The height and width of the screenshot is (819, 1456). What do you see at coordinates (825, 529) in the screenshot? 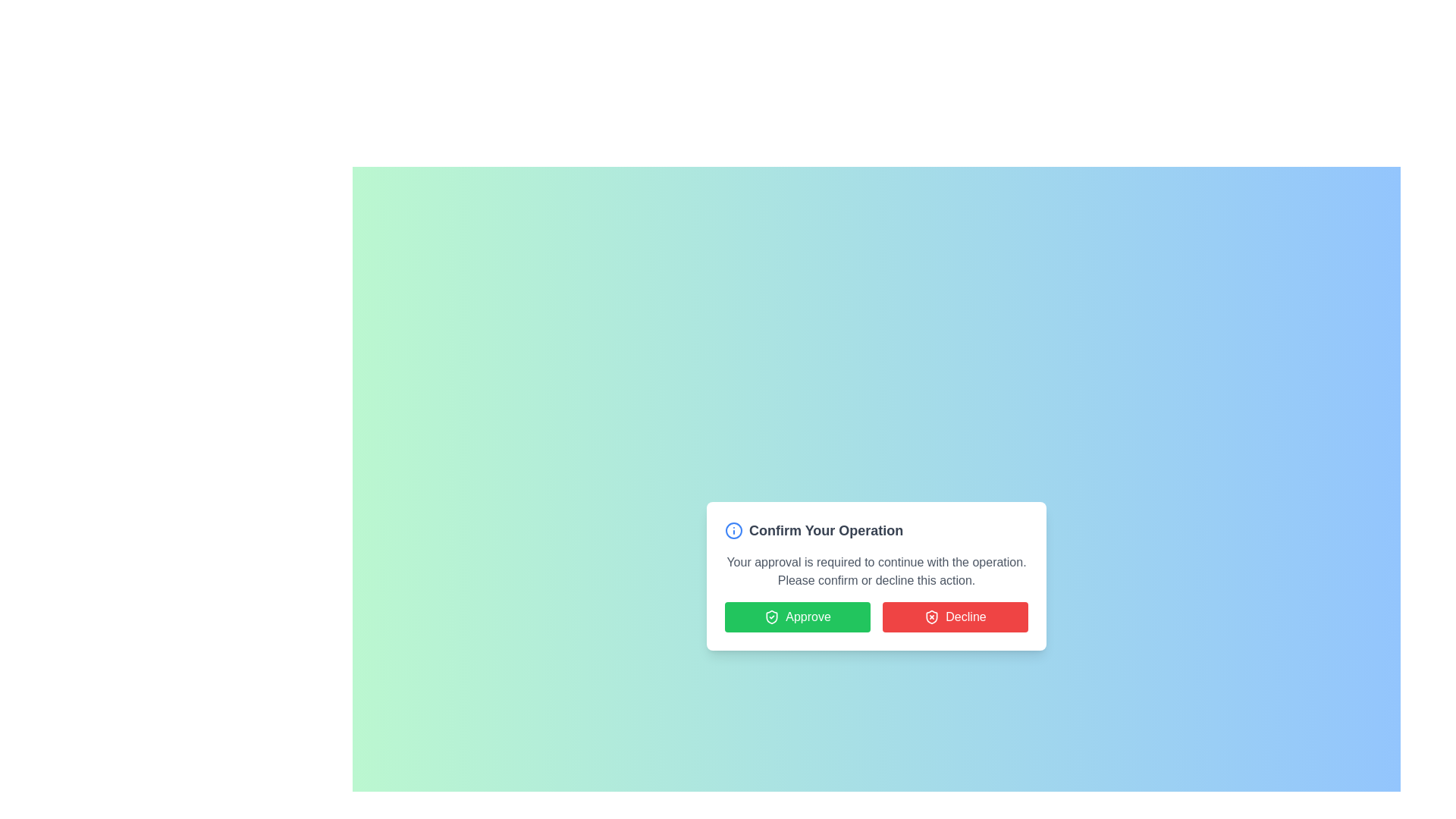
I see `the headline text in the confirmation dialog box, which is positioned at the upper part of the dialog and aligned with an informational icon to its left` at bounding box center [825, 529].